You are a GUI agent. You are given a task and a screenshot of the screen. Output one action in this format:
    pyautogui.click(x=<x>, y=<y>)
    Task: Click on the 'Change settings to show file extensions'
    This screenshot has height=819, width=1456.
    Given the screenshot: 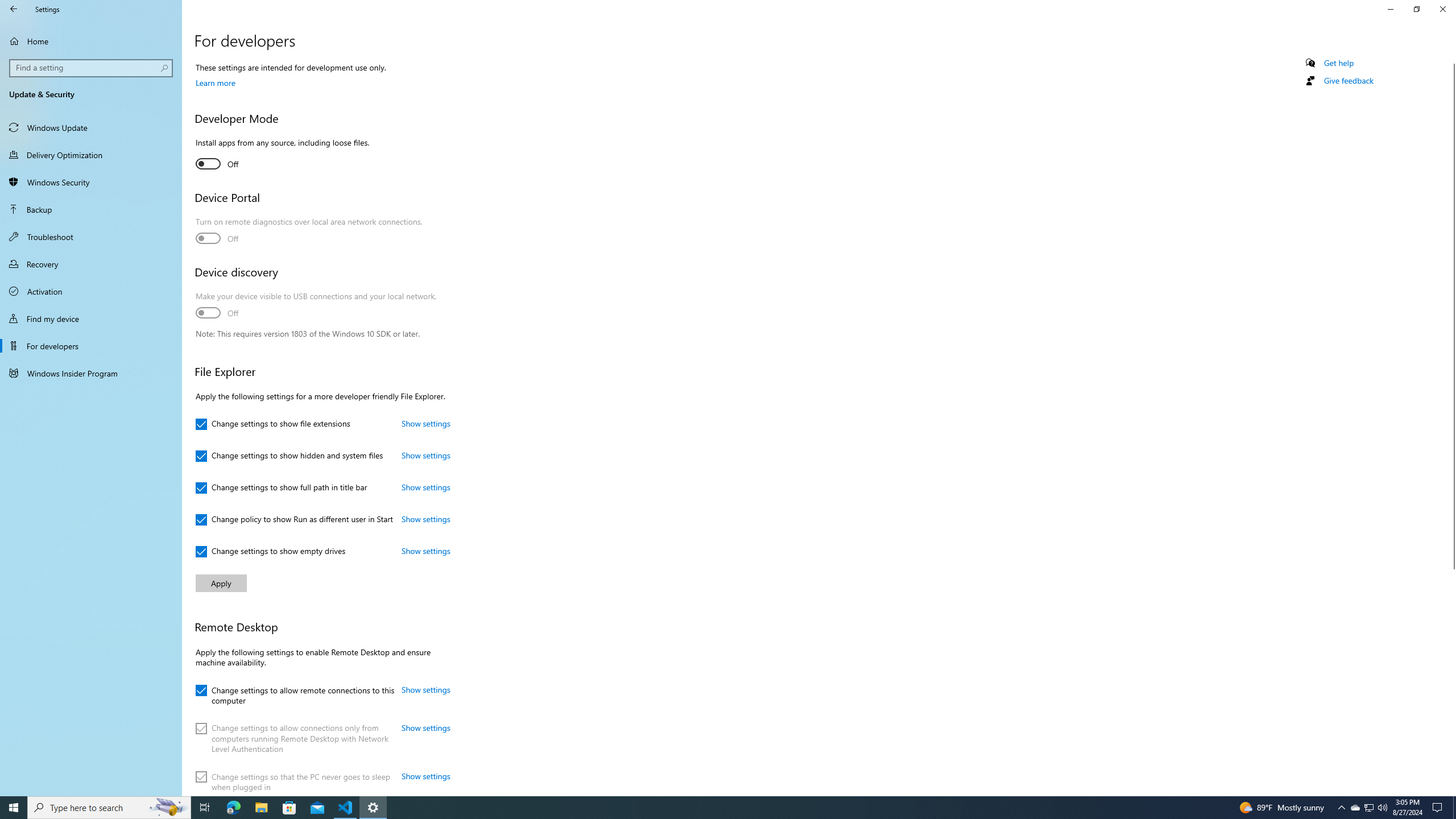 What is the action you would take?
    pyautogui.click(x=273, y=423)
    